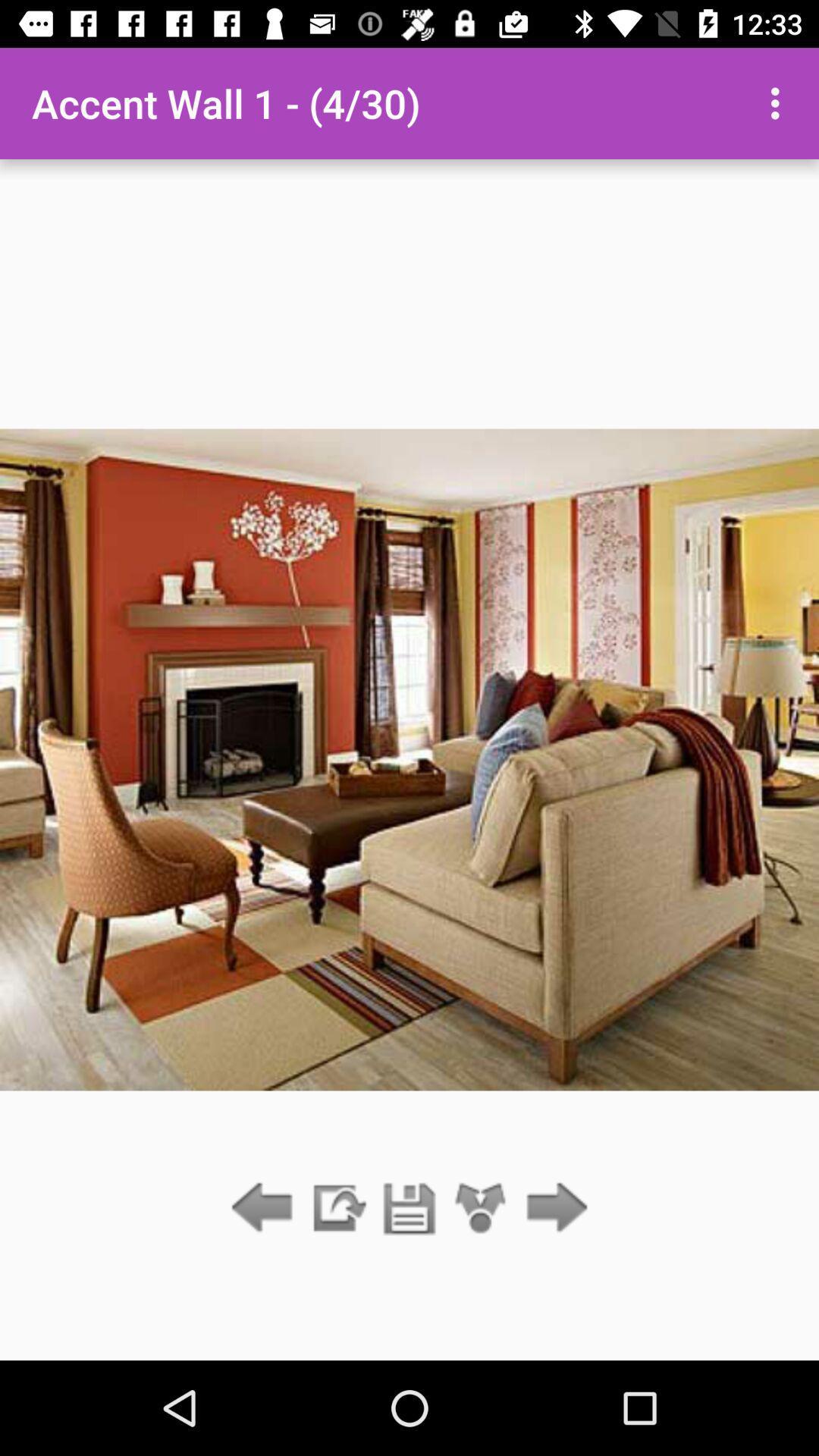  Describe the element at coordinates (409, 1208) in the screenshot. I see `image` at that location.